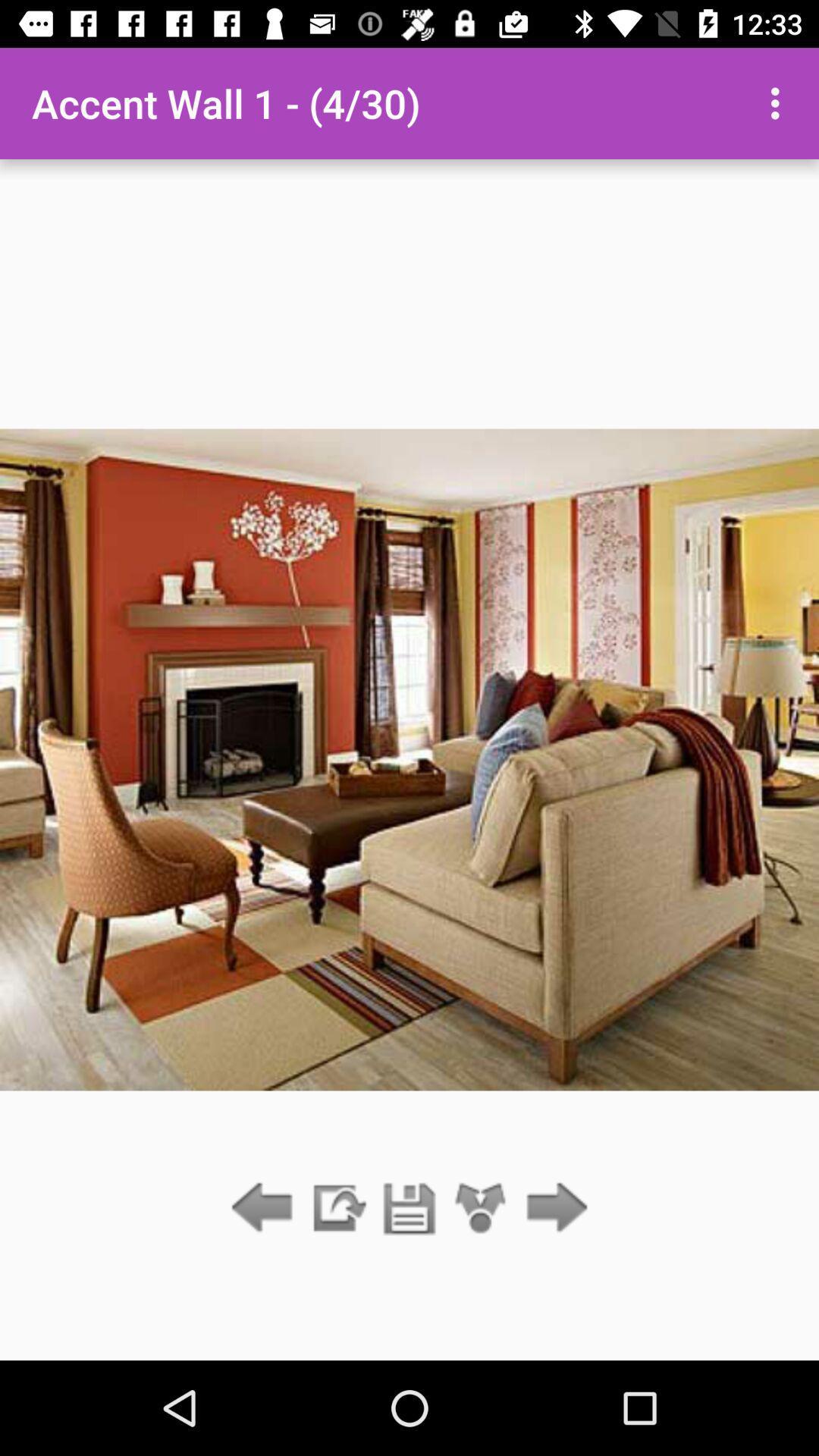  Describe the element at coordinates (409, 1208) in the screenshot. I see `image` at that location.